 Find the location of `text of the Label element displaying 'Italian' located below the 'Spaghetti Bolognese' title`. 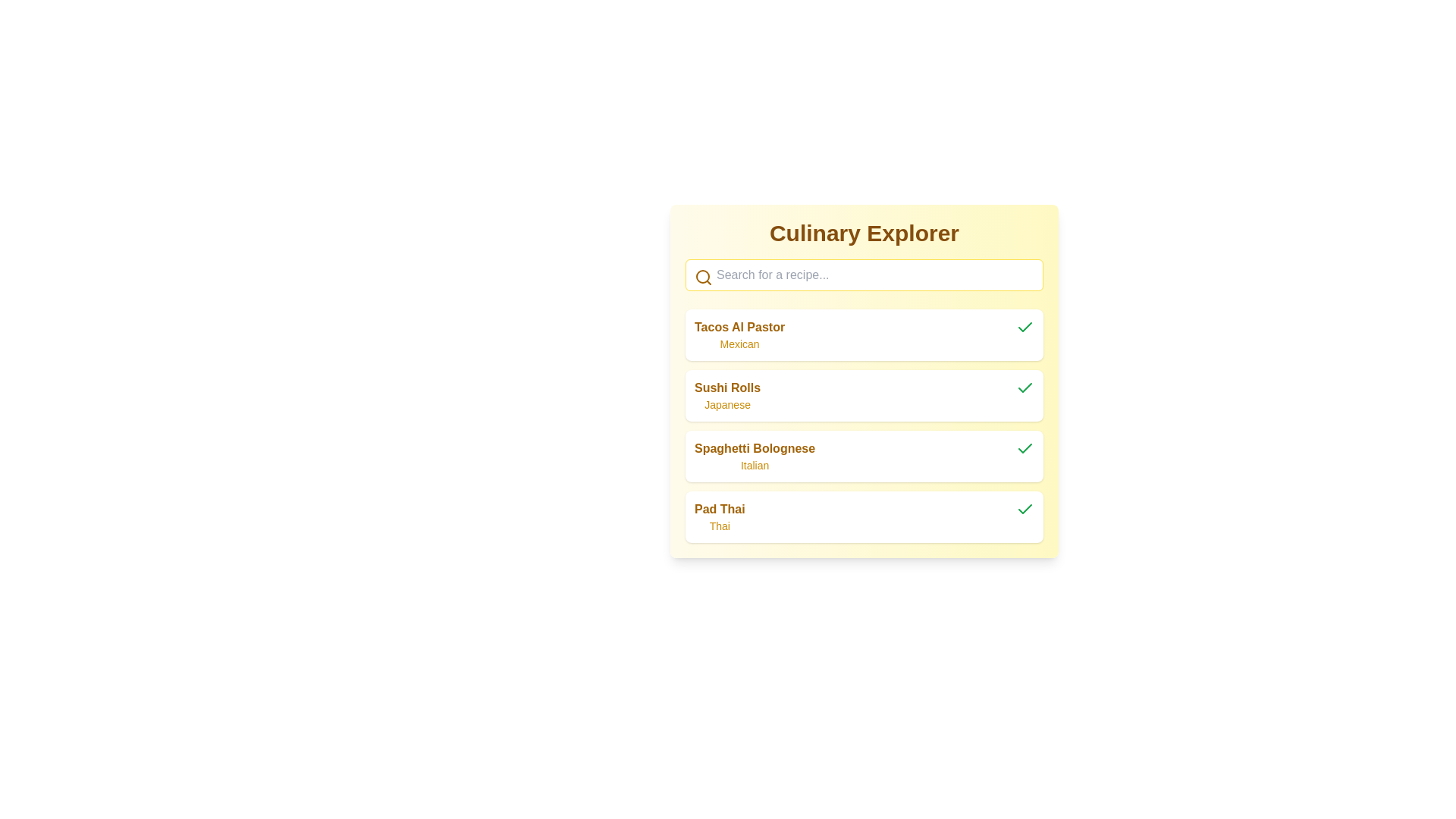

text of the Label element displaying 'Italian' located below the 'Spaghetti Bolognese' title is located at coordinates (755, 464).